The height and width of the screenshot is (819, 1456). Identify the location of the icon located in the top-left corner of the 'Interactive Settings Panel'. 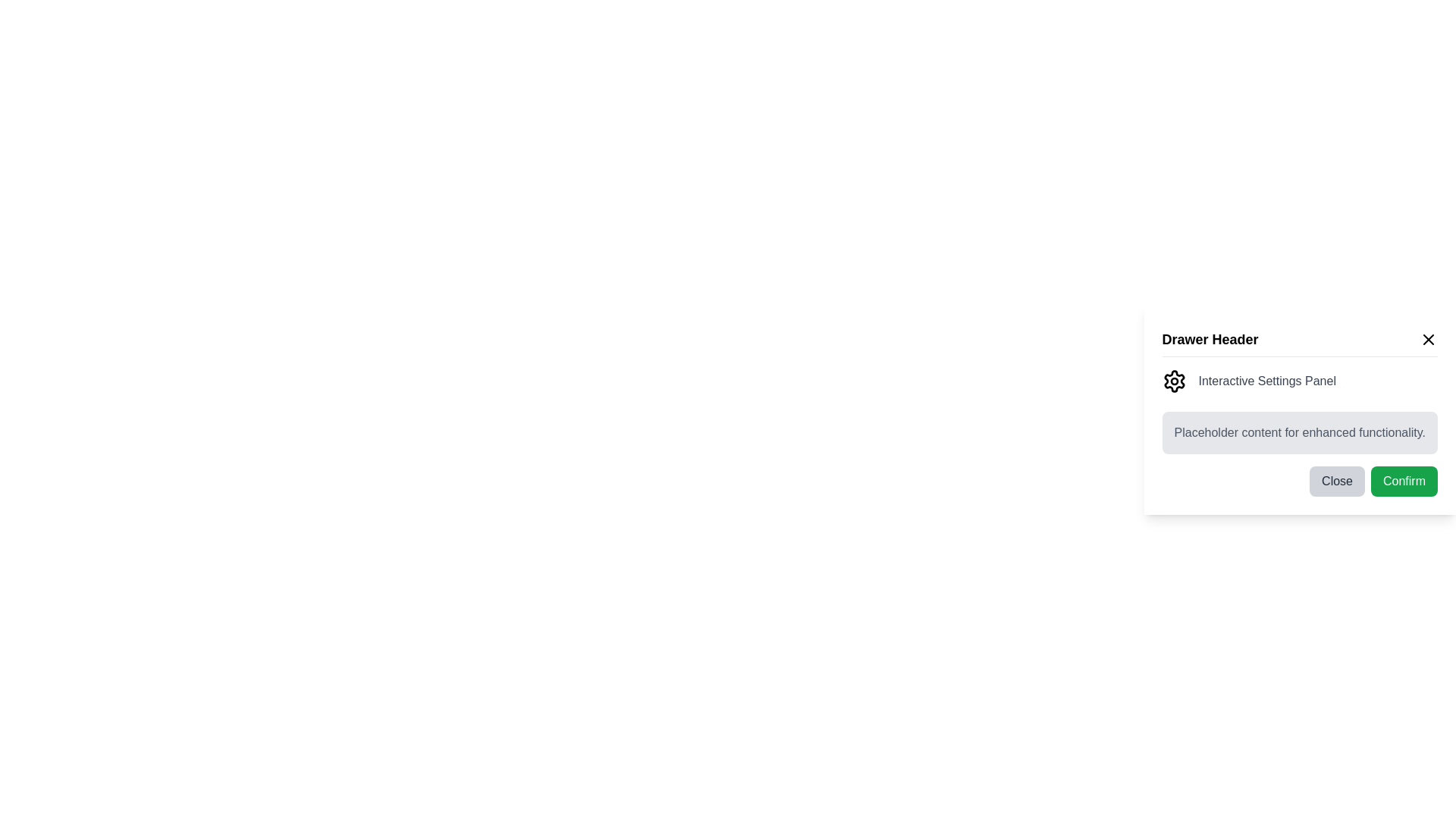
(1173, 380).